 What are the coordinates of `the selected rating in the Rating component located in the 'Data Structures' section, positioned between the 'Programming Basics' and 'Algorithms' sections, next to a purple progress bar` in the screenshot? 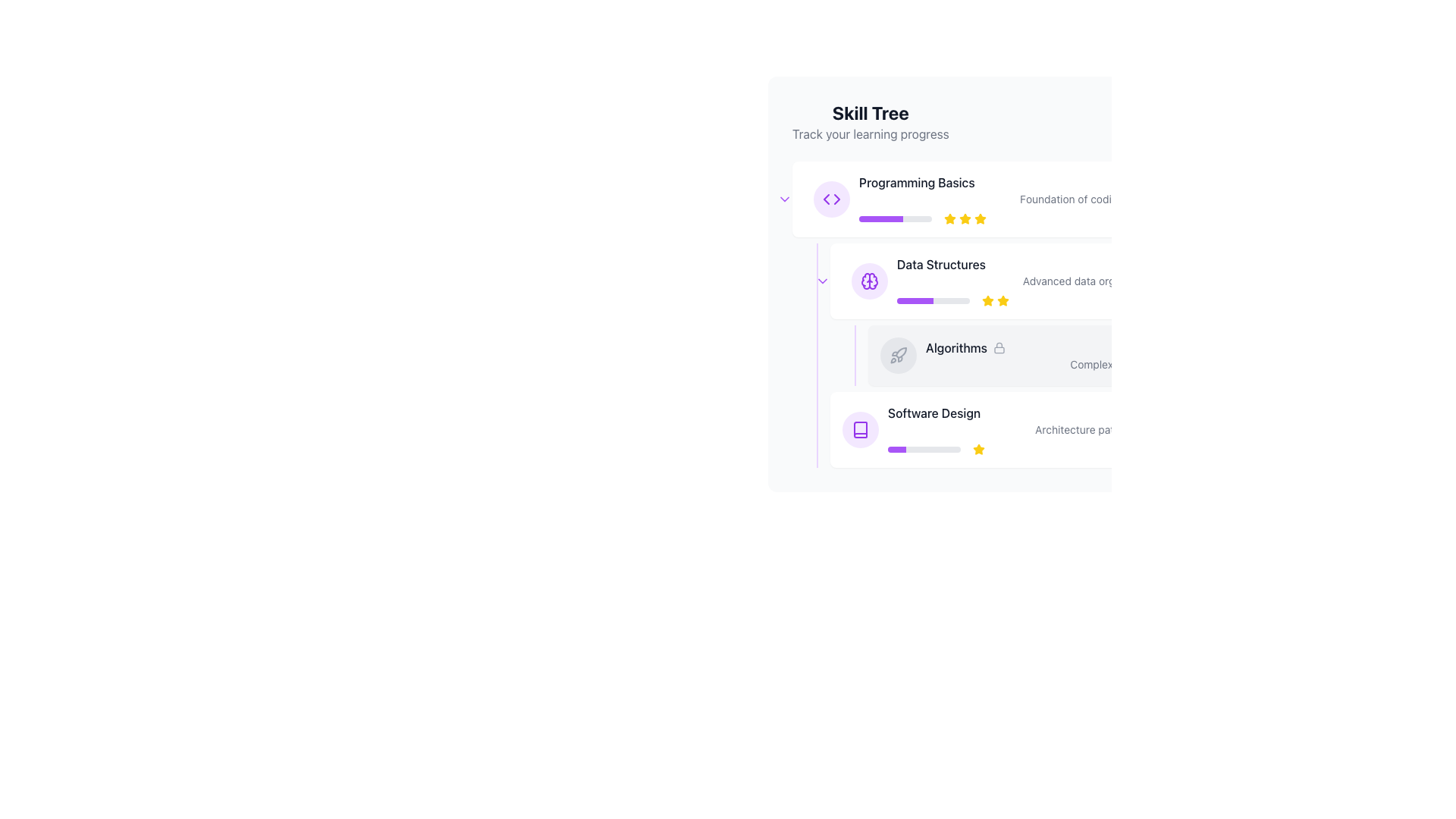 It's located at (996, 301).